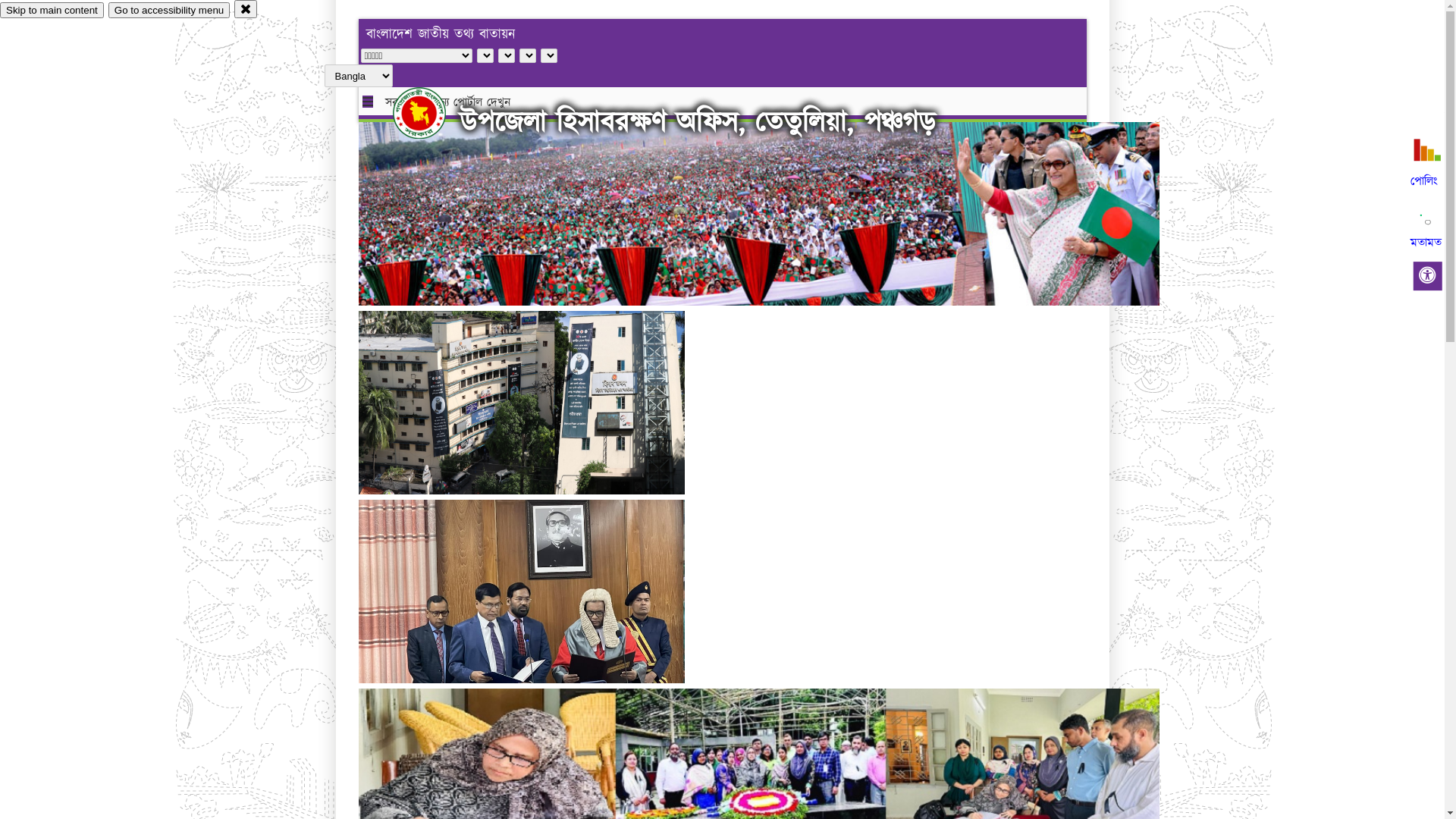 This screenshot has width=1456, height=819. I want to click on 'close', so click(233, 8).